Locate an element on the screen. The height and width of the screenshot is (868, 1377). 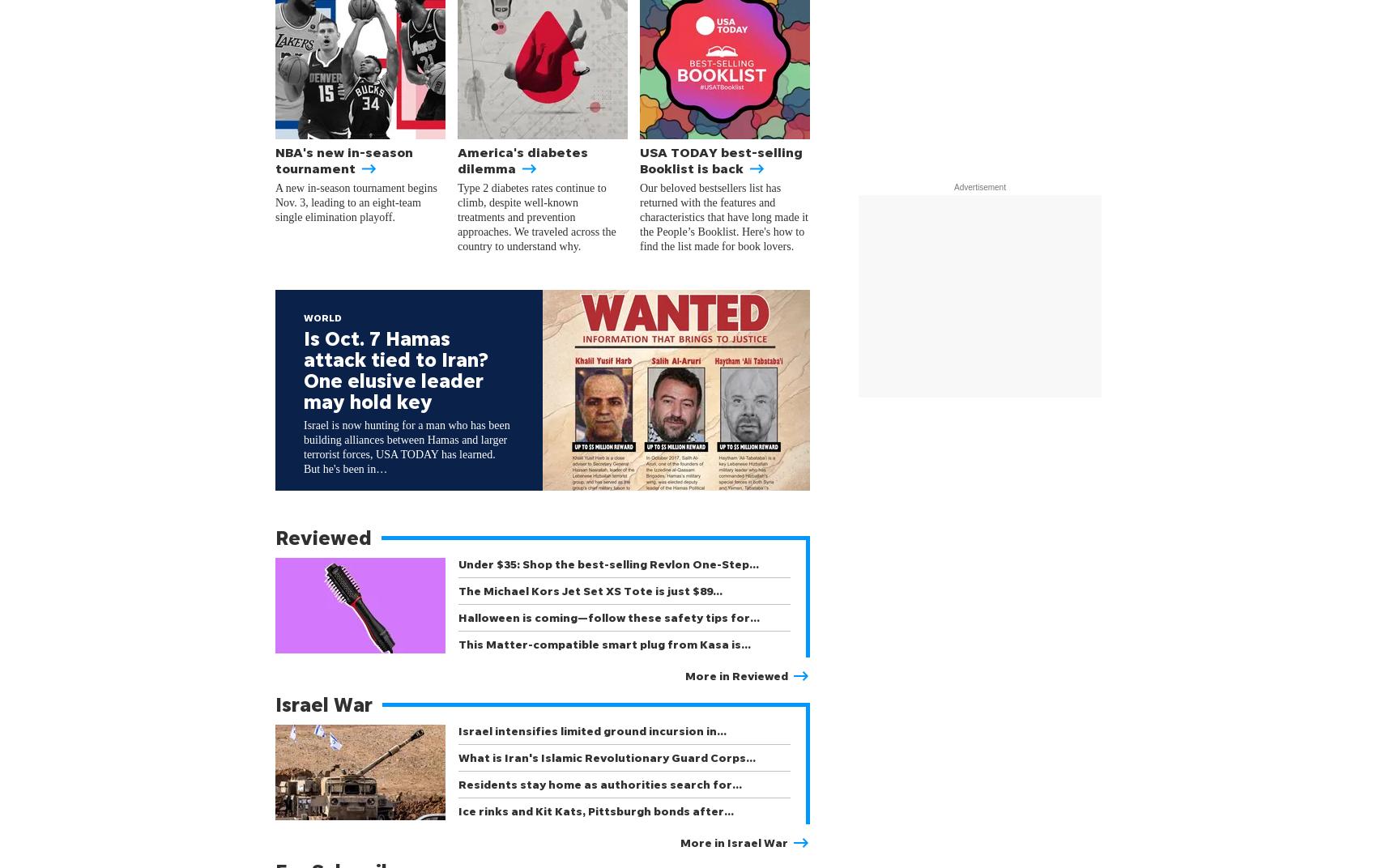
'What is Iran's Islamic Revolutionary Guard Corps…' is located at coordinates (606, 757).